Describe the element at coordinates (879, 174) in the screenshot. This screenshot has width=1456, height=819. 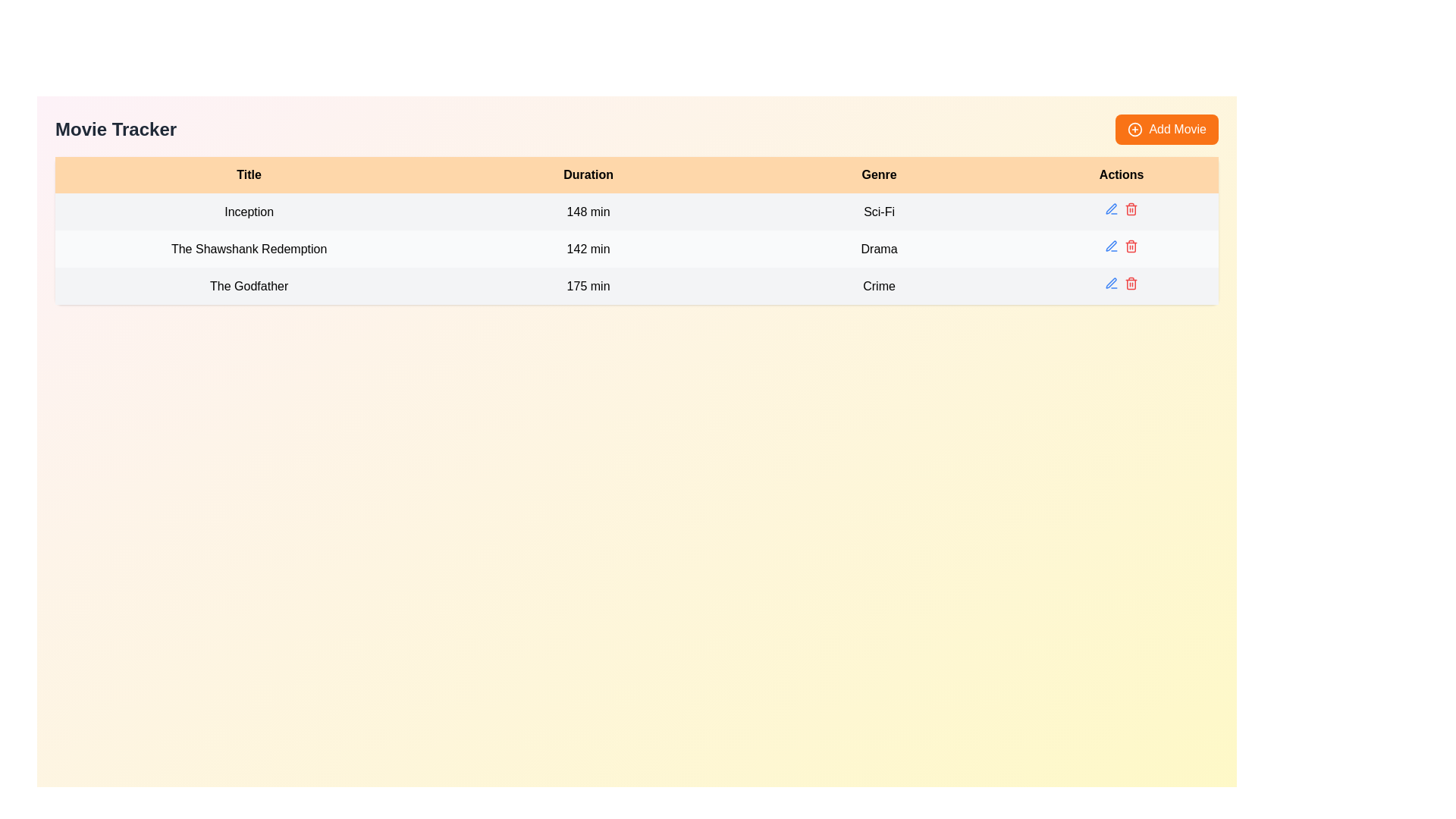
I see `the table header indicating the genre classification of the listed movies, which is positioned as the third column between 'Duration' and 'Actions'` at that location.